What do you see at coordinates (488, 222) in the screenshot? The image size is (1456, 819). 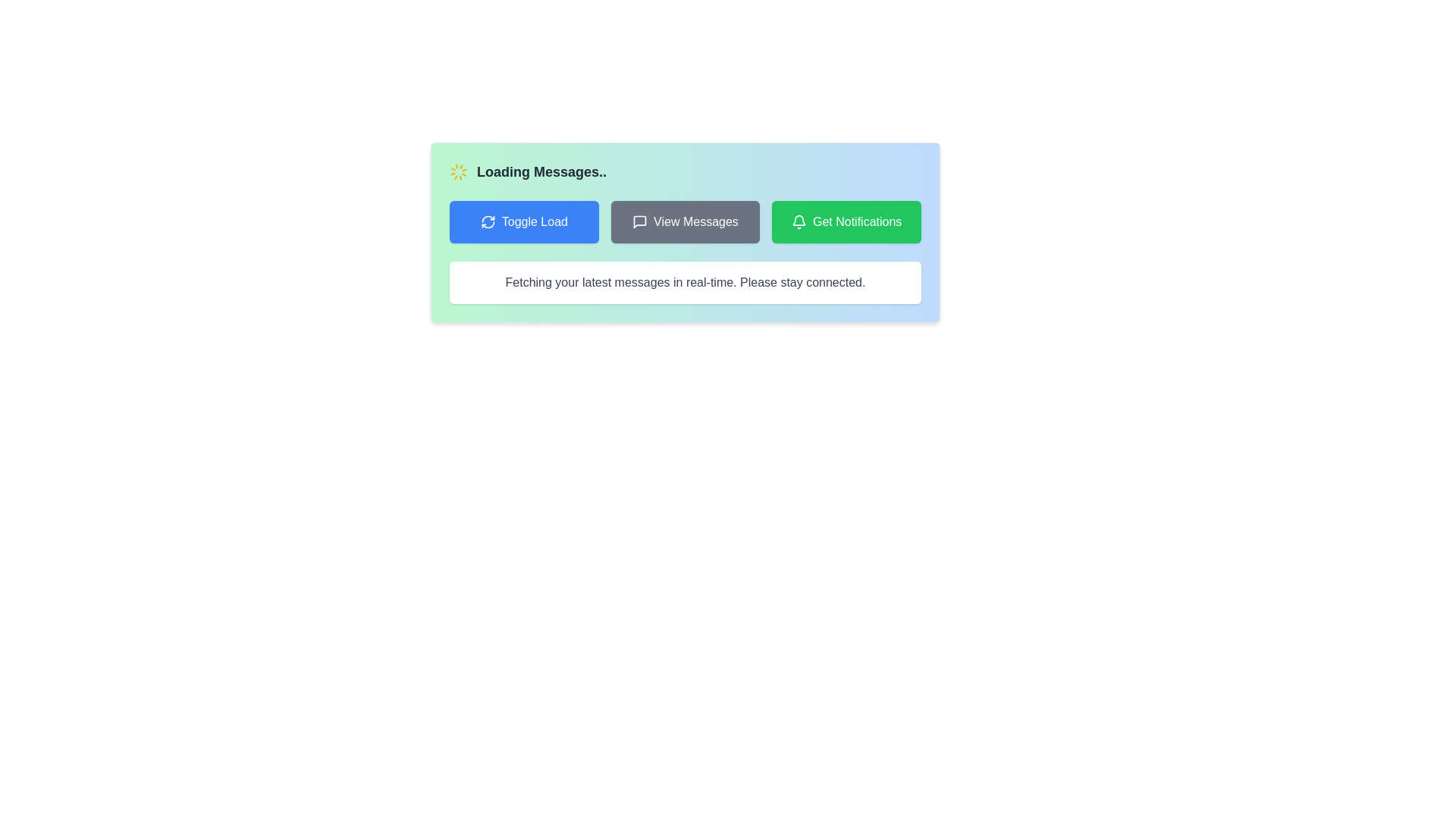 I see `the refresh icon (SVG) that is centered within the blue button labeled 'Toggle Load'` at bounding box center [488, 222].